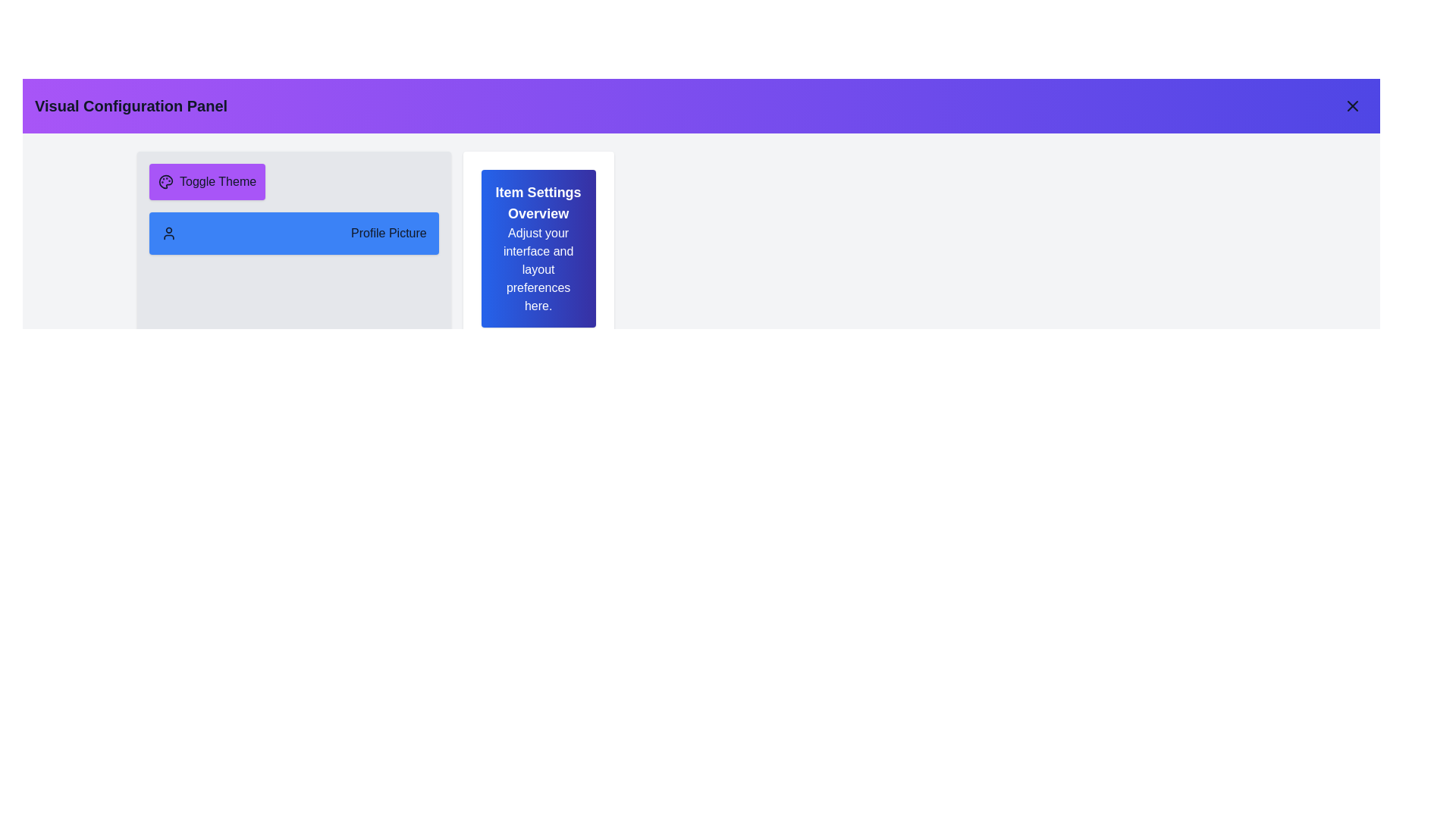 The image size is (1456, 819). I want to click on the close button represented by a dark 'X' icon on the purple background in the top-right corner of the 'Visual Configuration Panel' header bar, so click(1353, 105).